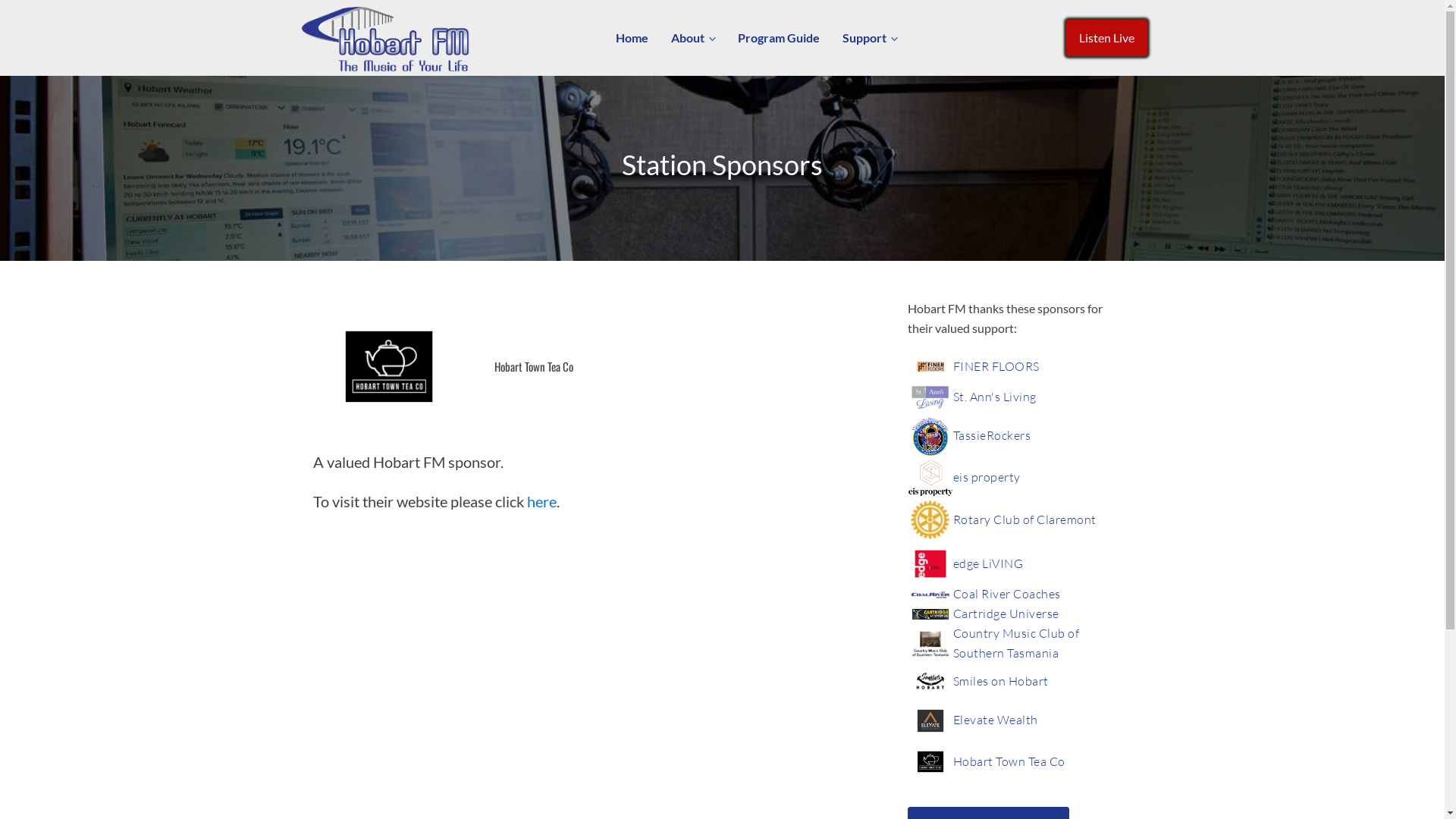 This screenshot has height=819, width=1456. I want to click on 'Program Guide', so click(779, 37).